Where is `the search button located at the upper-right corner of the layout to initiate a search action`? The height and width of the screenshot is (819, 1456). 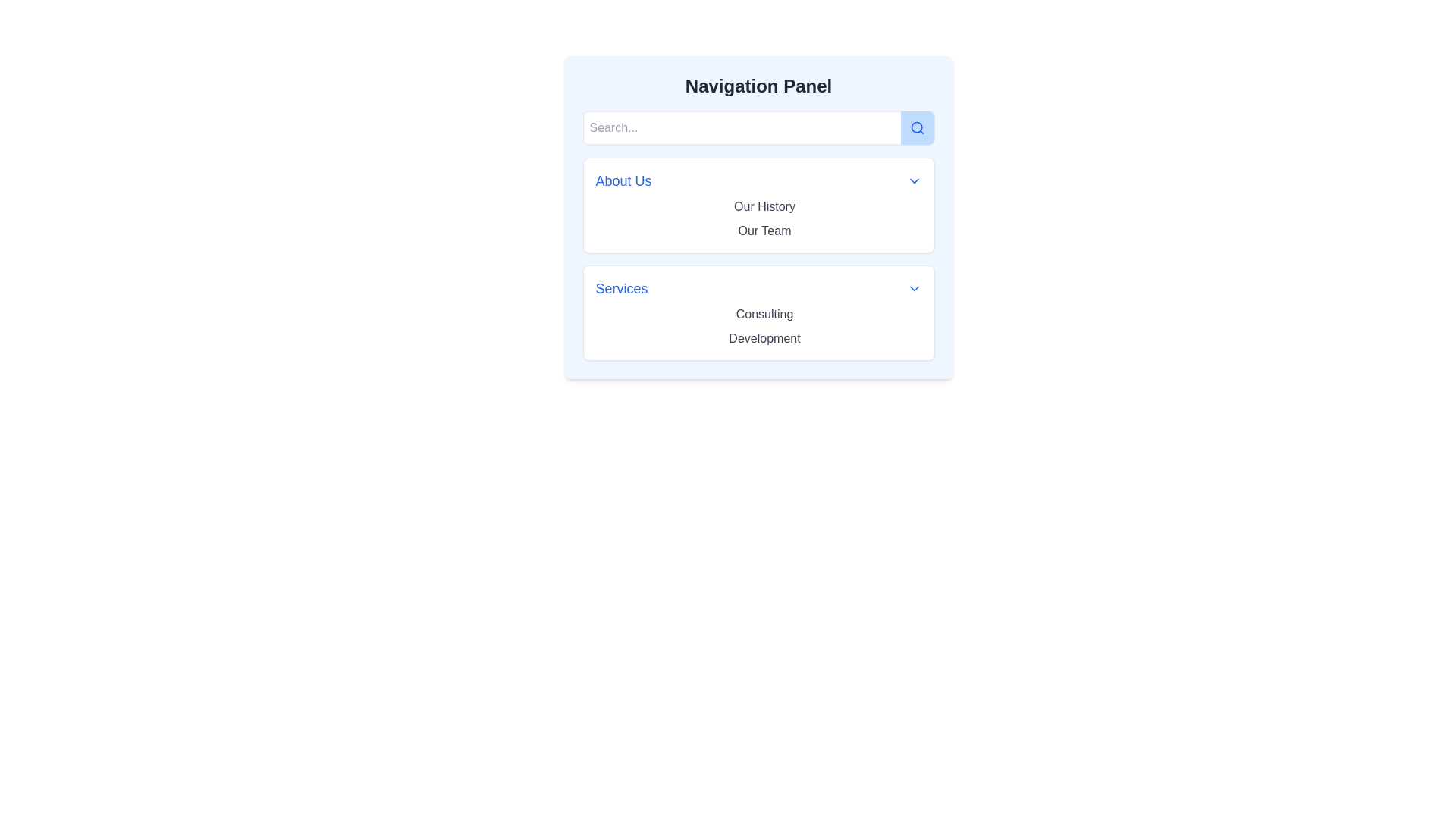 the search button located at the upper-right corner of the layout to initiate a search action is located at coordinates (916, 127).